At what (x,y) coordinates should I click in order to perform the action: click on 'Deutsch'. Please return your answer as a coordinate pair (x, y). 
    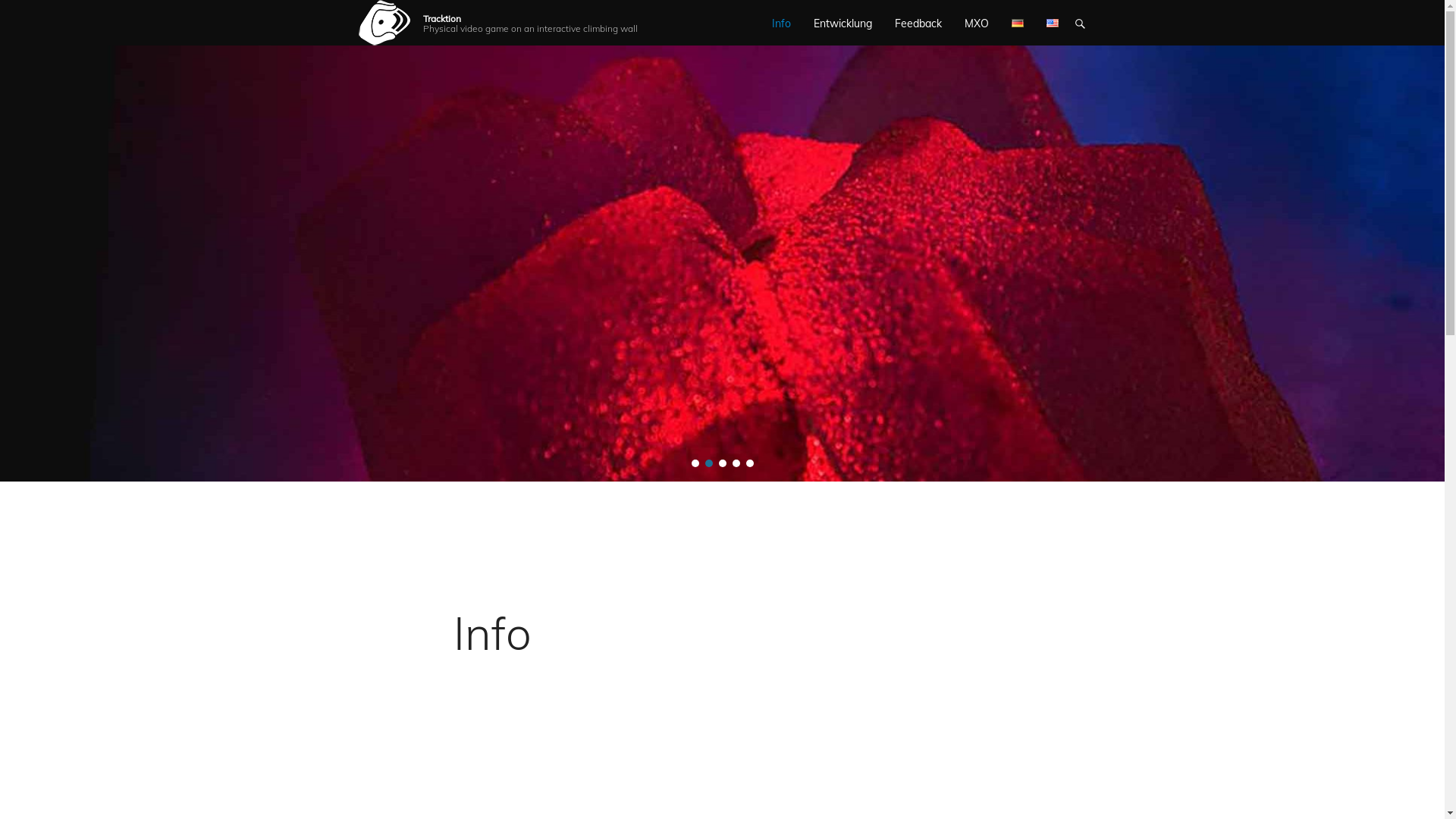
    Looking at the image, I should click on (1018, 23).